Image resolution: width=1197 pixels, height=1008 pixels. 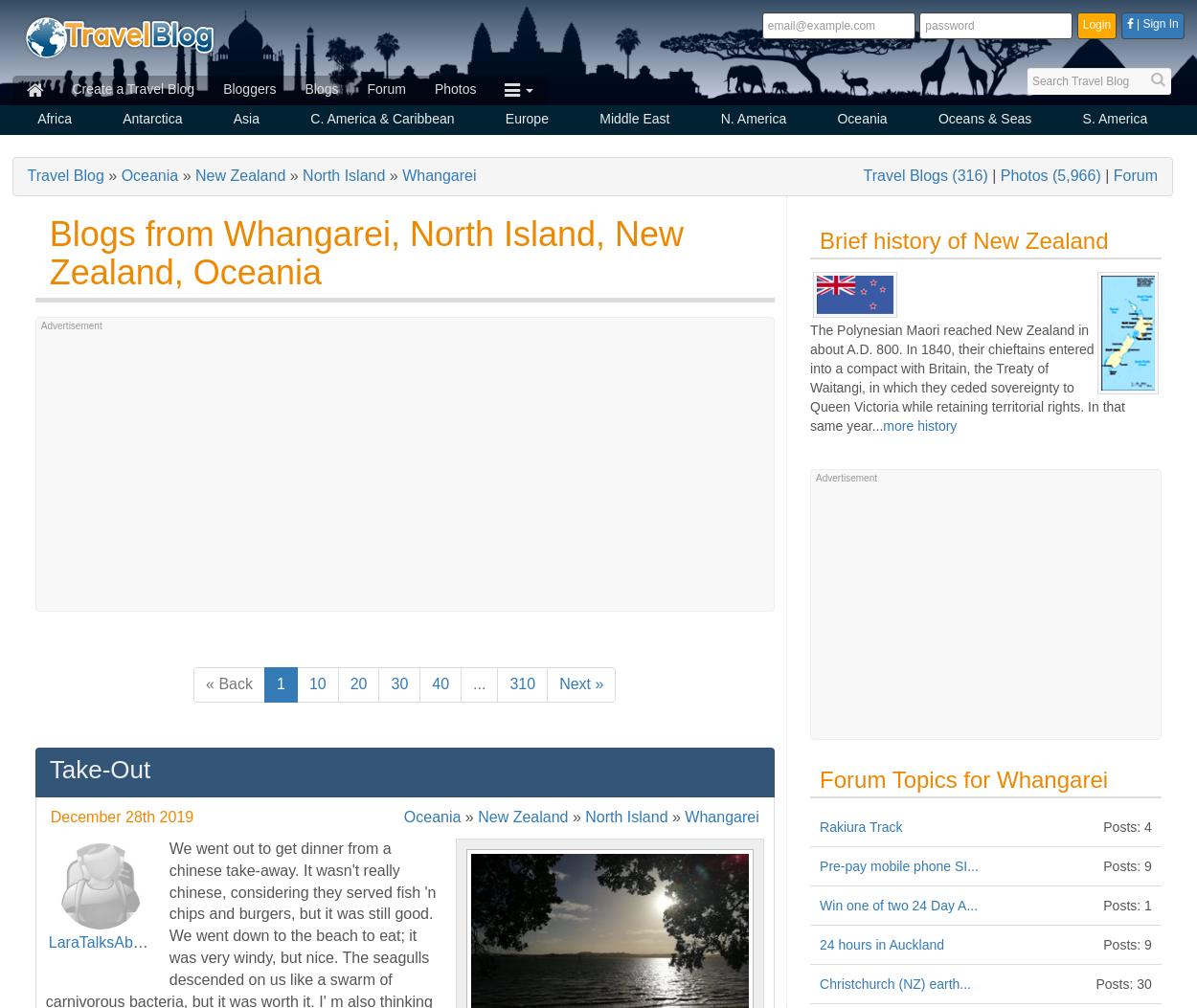 I want to click on 'Christchurch (NZ) earth...', so click(x=819, y=983).